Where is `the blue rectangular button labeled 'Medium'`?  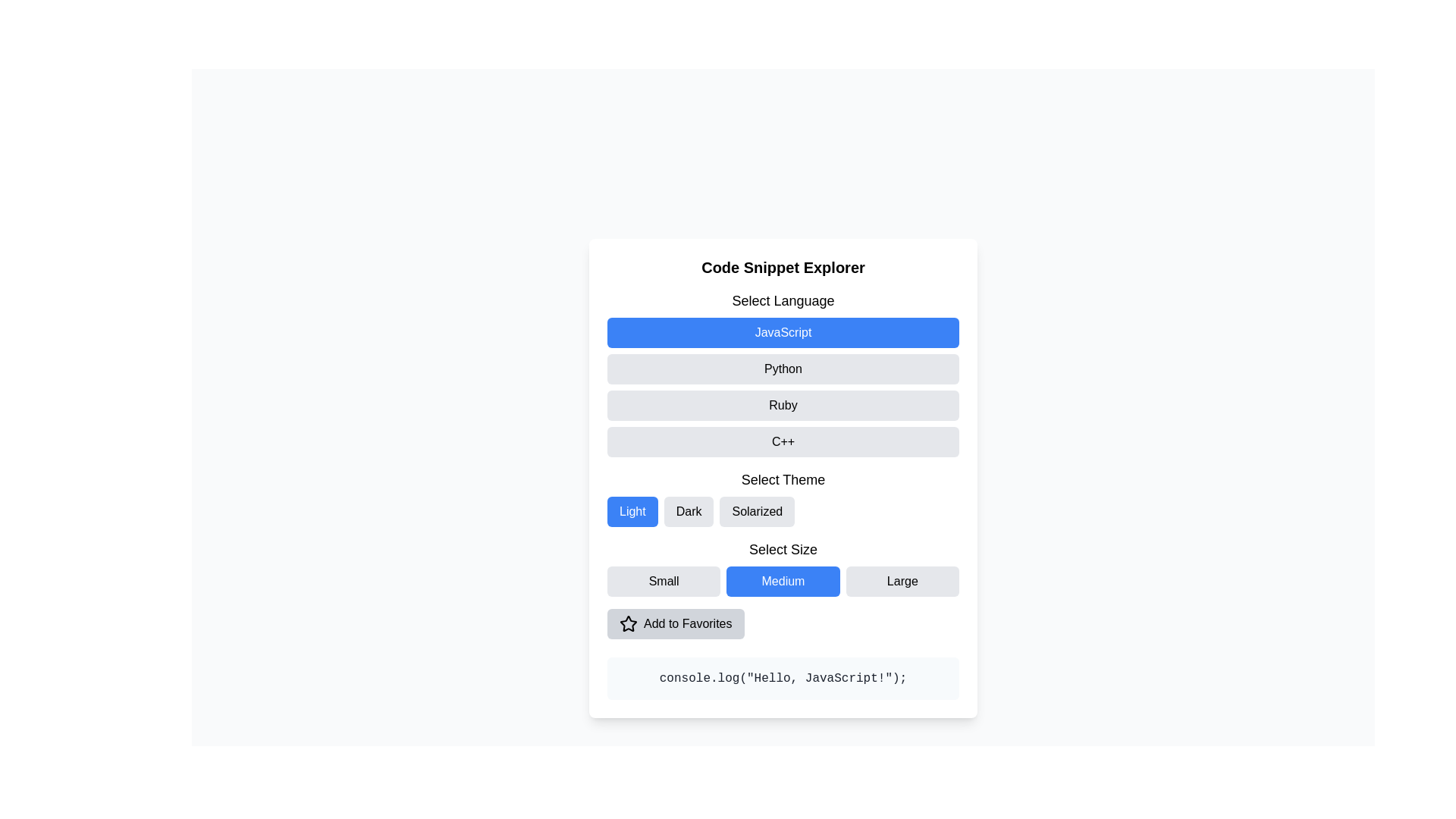
the blue rectangular button labeled 'Medium' is located at coordinates (783, 581).